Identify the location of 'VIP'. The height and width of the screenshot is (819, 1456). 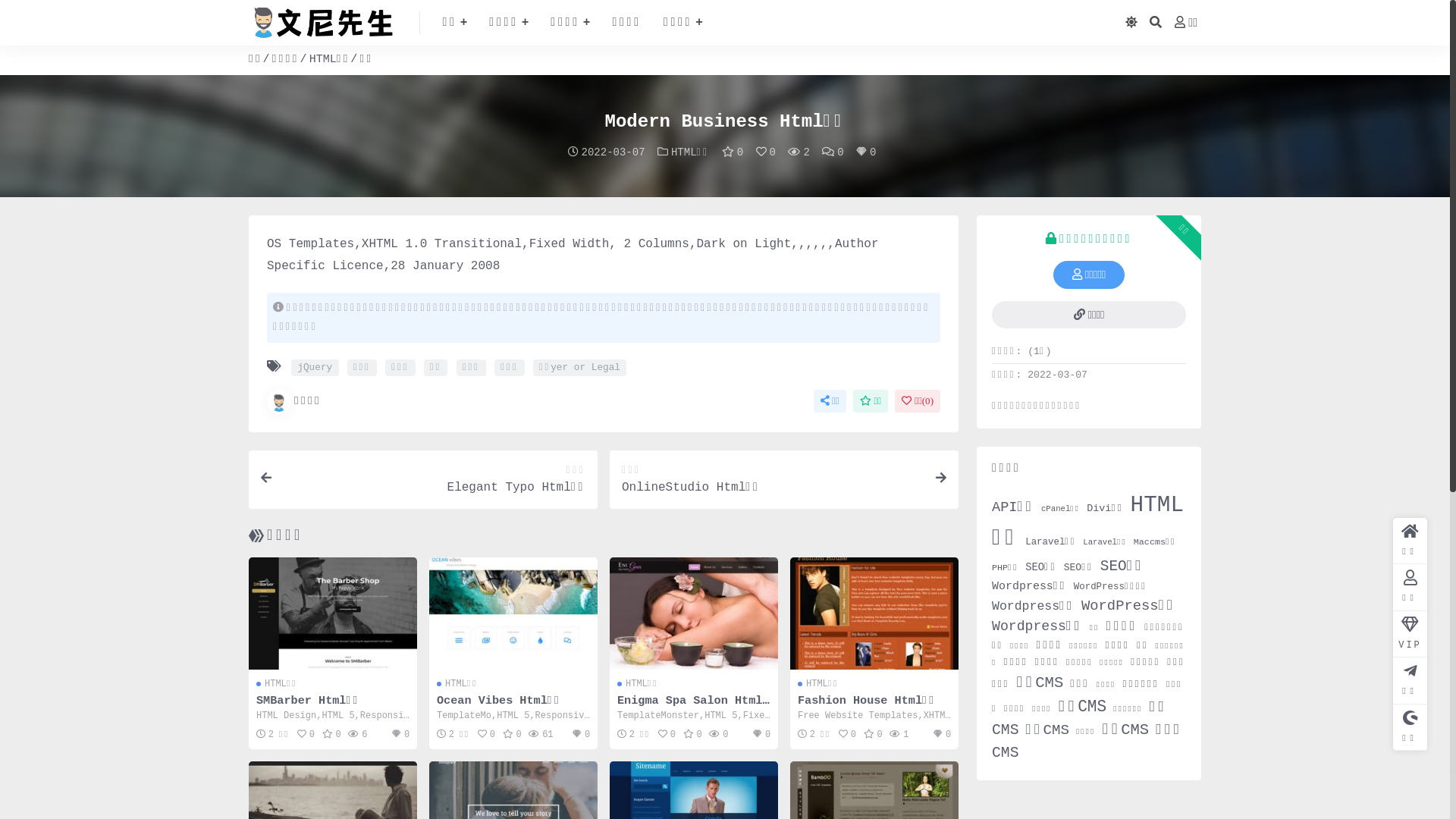
(1409, 634).